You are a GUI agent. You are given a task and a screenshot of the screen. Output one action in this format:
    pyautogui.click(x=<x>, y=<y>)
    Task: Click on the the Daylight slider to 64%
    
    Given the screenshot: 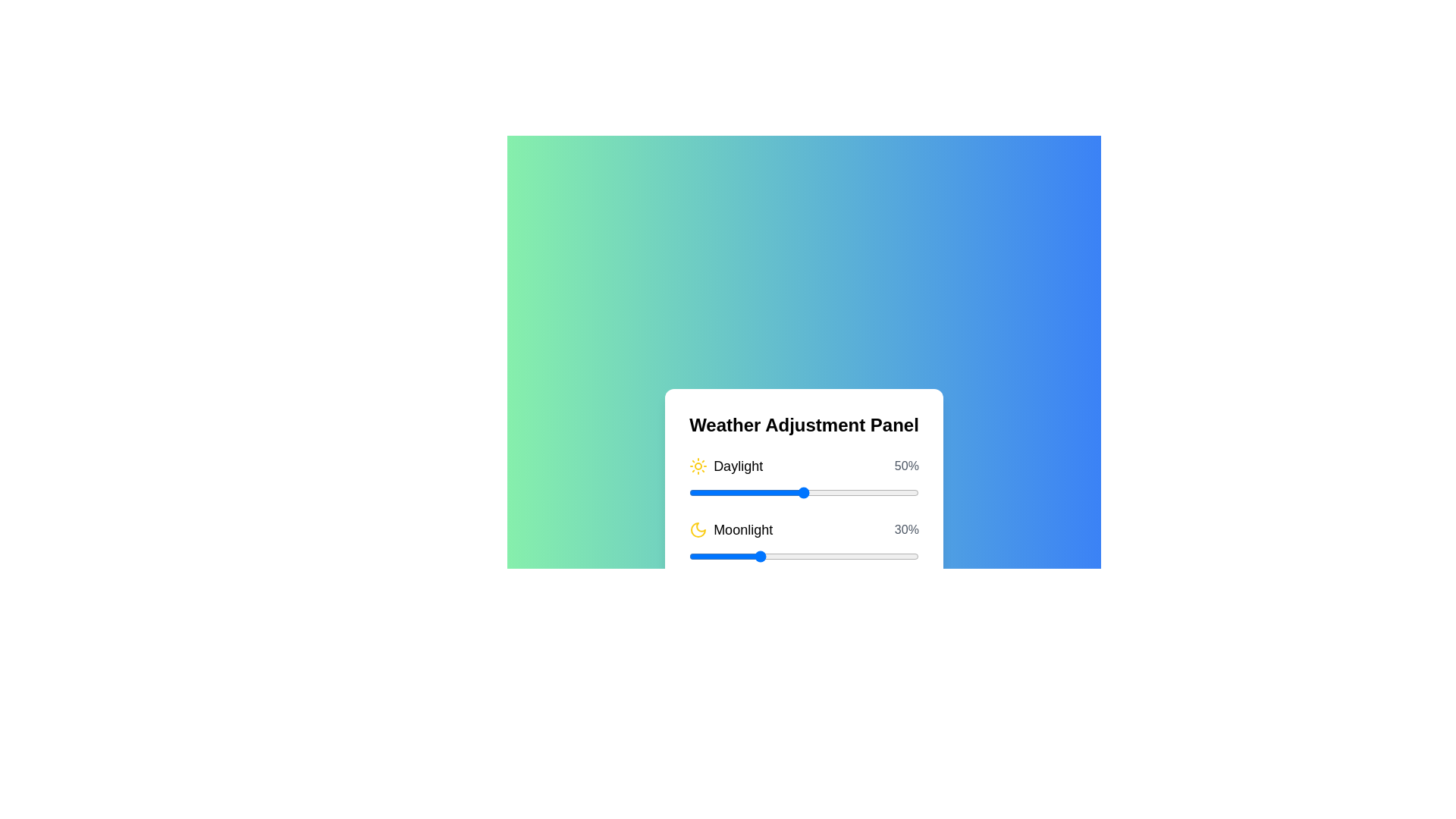 What is the action you would take?
    pyautogui.click(x=835, y=493)
    